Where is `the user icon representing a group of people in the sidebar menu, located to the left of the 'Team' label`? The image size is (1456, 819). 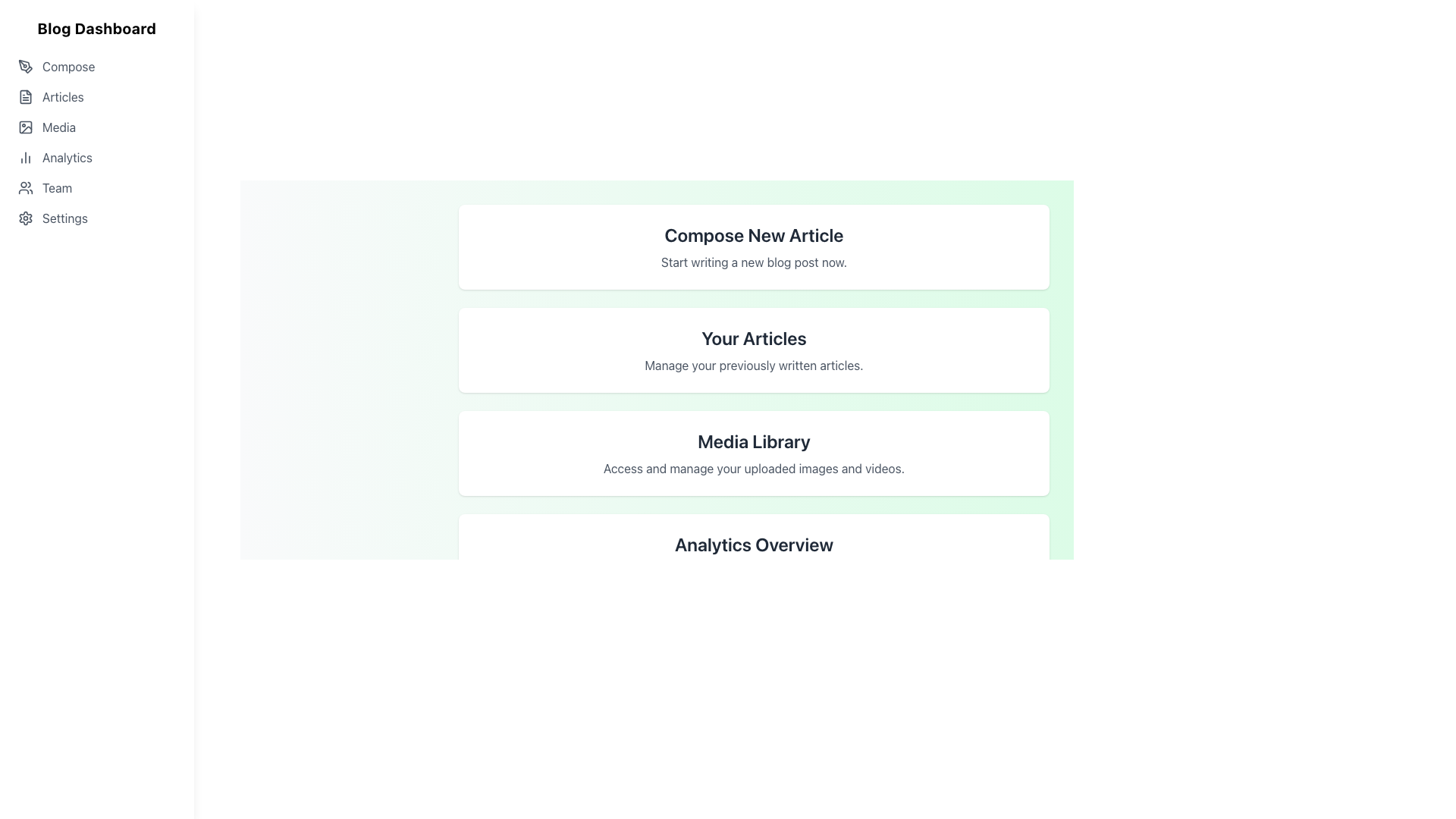
the user icon representing a group of people in the sidebar menu, located to the left of the 'Team' label is located at coordinates (25, 187).